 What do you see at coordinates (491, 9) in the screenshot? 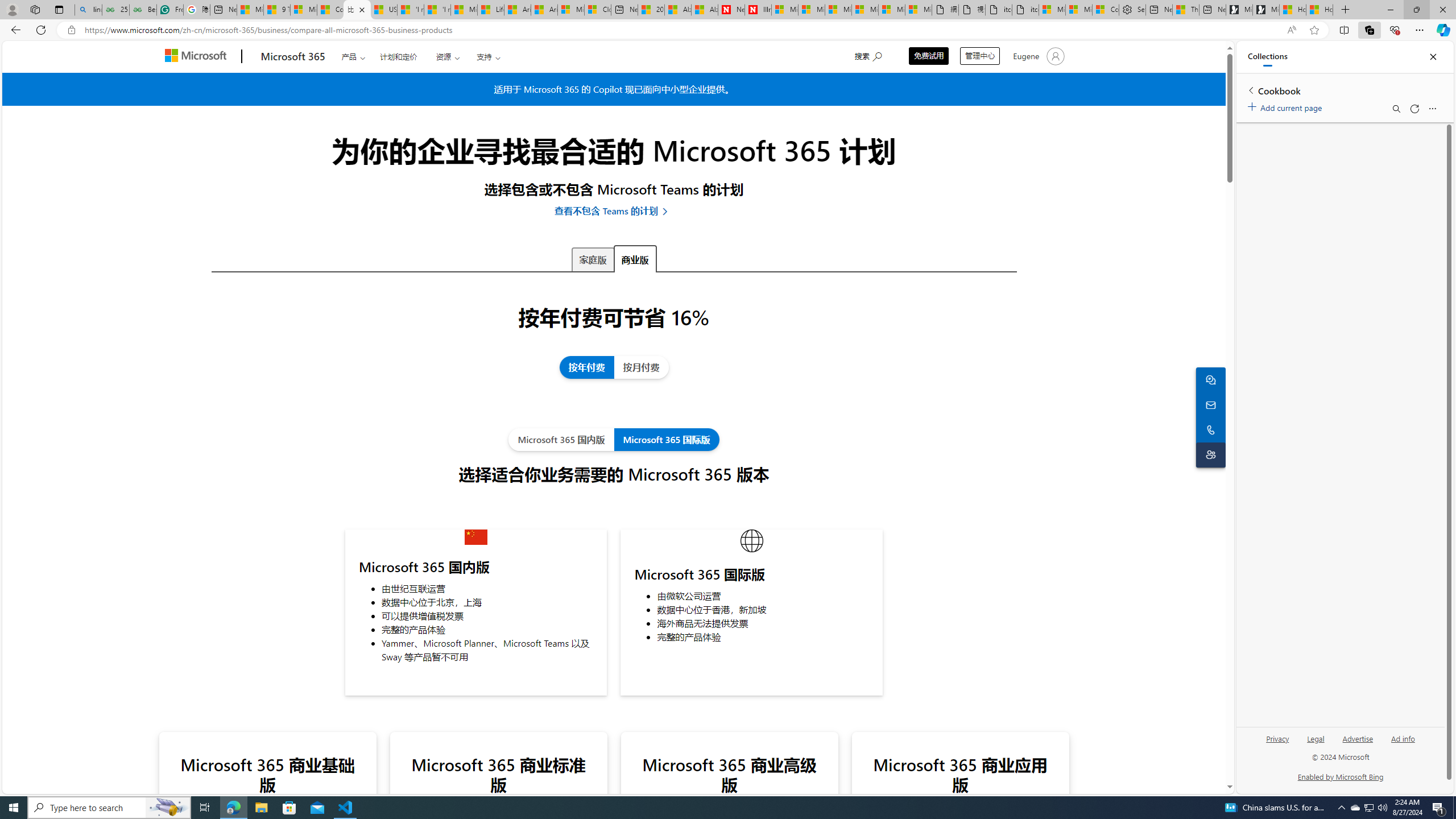
I see `'Lifestyle - MSN'` at bounding box center [491, 9].